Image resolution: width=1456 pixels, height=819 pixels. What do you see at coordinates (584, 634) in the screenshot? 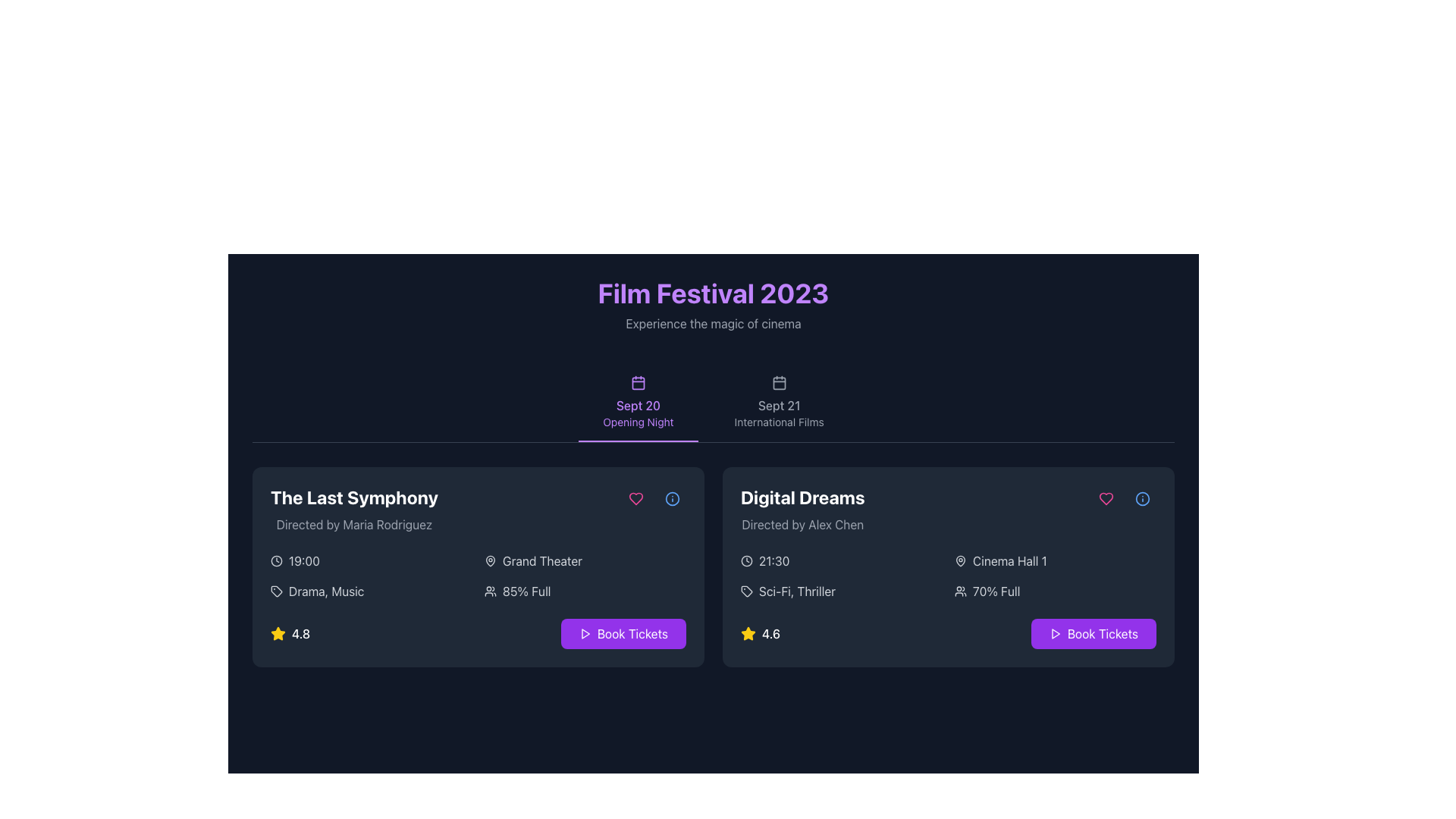
I see `the interactive play or book icon located within the 'Book Tickets' button at the bottom right corner of the 'Digital Dreams' movie card` at bounding box center [584, 634].